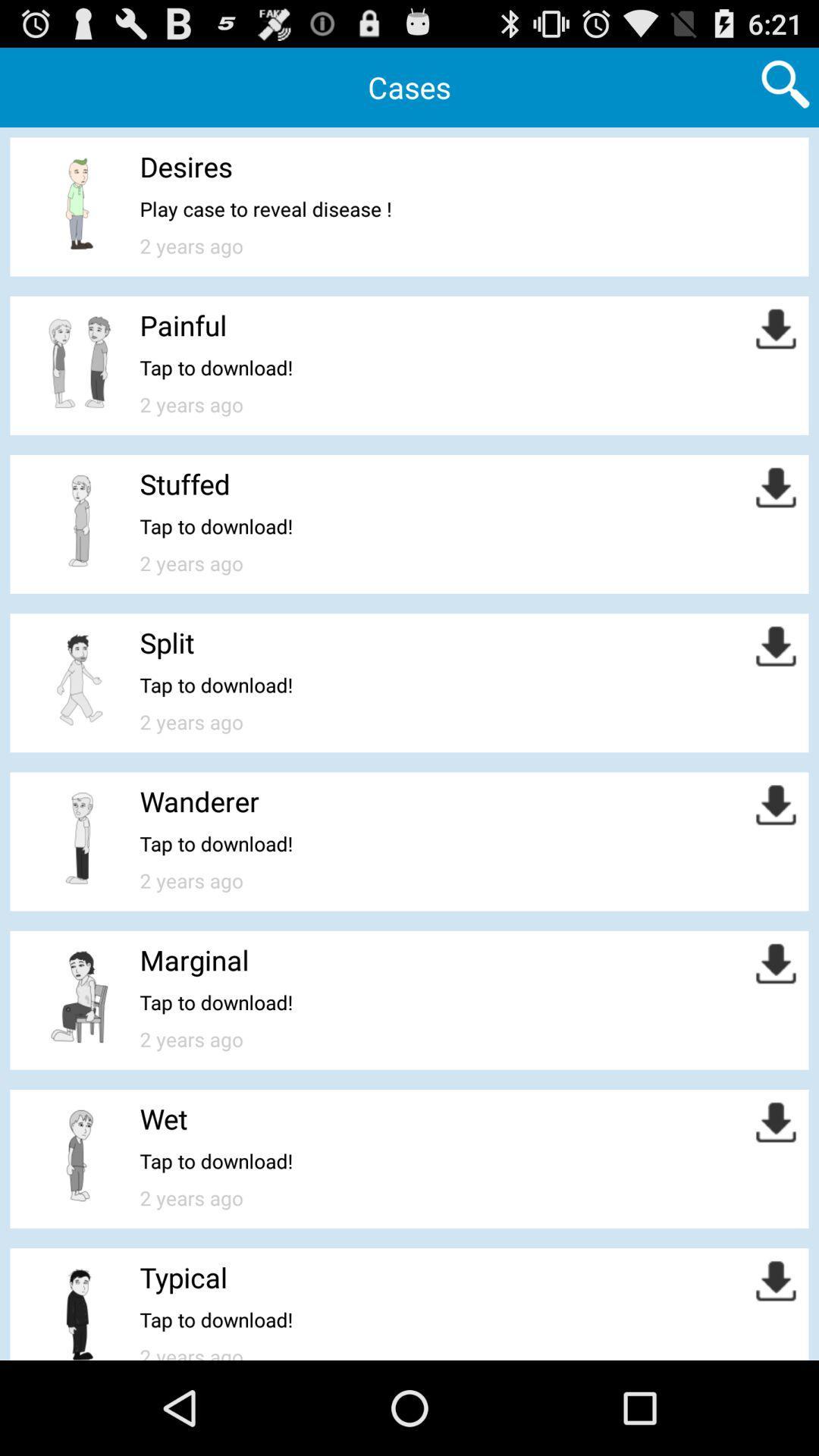 This screenshot has height=1456, width=819. I want to click on marginal, so click(193, 959).